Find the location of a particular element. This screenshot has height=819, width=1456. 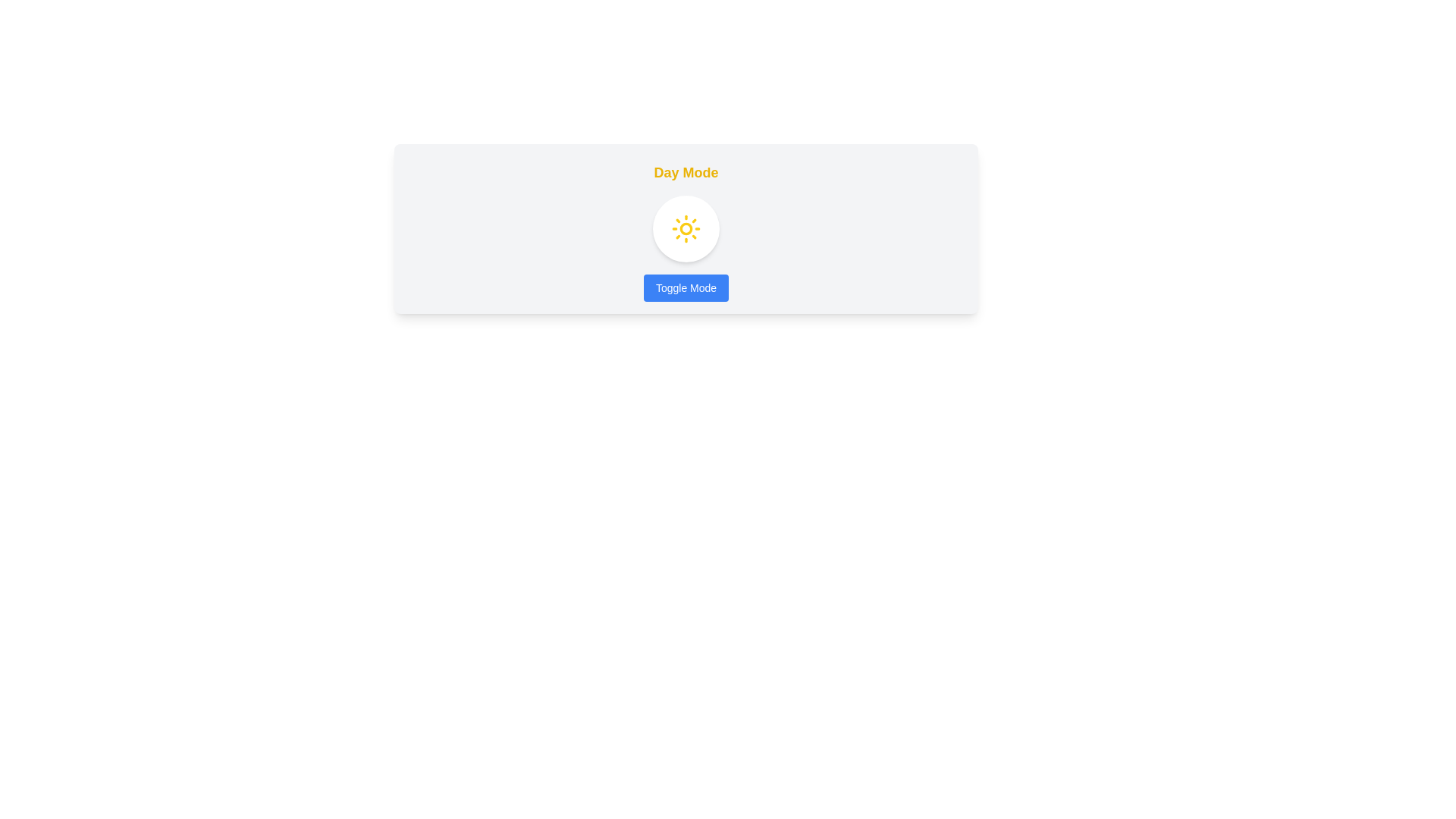

the 'Toggle Mode' button located at the bottom of the composite UI element which includes a 'Day Mode' label and a sun icon, to switch between day and night modes is located at coordinates (686, 228).